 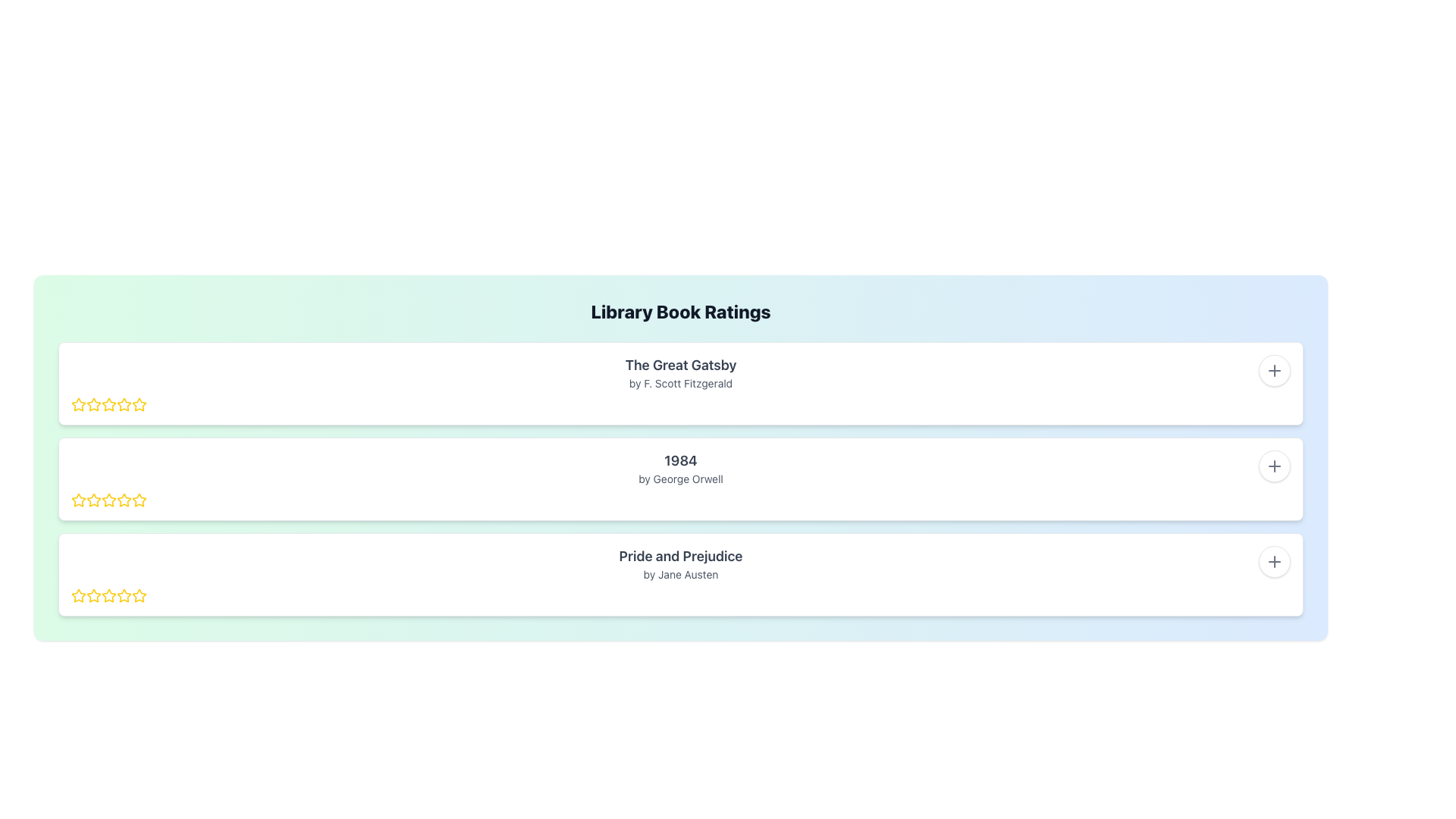 I want to click on the first star icon with a yellow outline in the rating interface for the book 'Pride and Prejudice' to rate at this level, so click(x=93, y=595).